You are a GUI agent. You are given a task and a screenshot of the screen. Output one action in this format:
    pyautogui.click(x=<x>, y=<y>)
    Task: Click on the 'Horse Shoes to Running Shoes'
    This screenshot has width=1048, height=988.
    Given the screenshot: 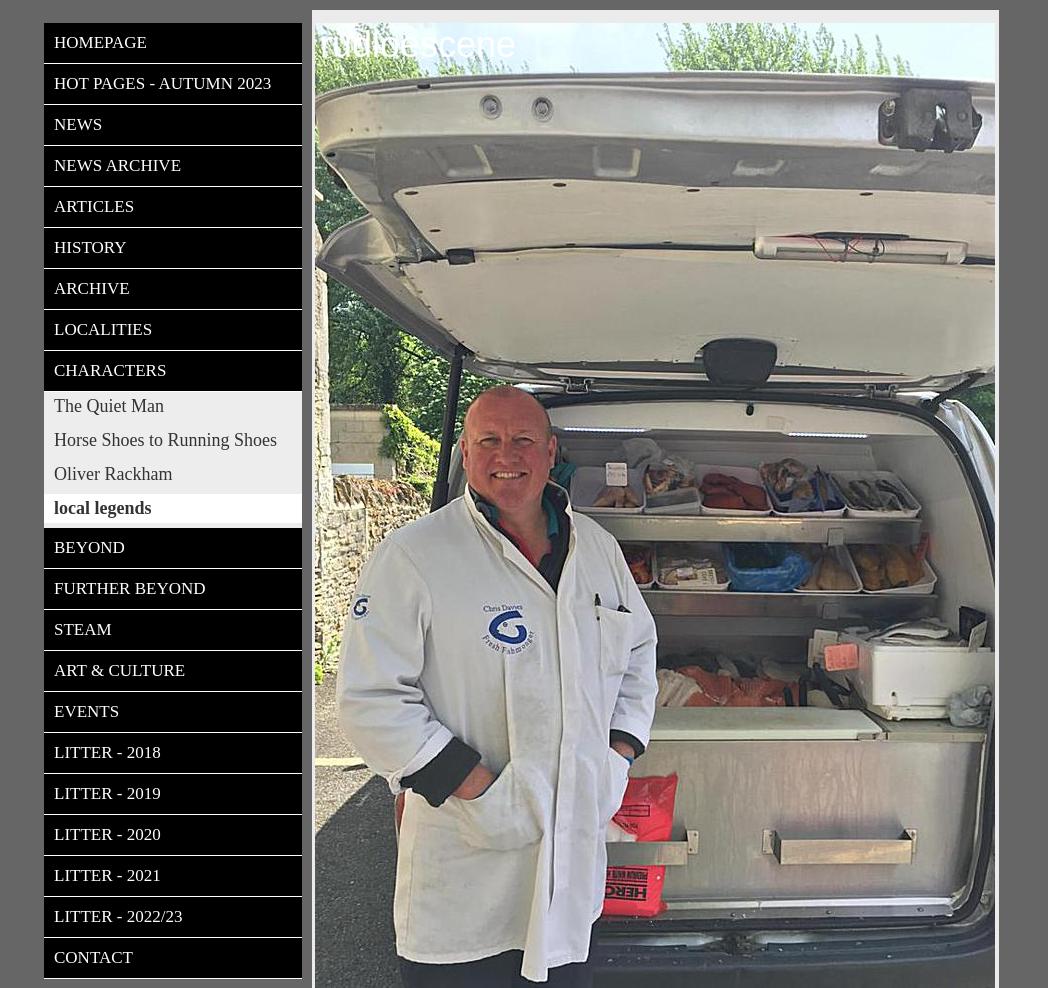 What is the action you would take?
    pyautogui.click(x=165, y=439)
    